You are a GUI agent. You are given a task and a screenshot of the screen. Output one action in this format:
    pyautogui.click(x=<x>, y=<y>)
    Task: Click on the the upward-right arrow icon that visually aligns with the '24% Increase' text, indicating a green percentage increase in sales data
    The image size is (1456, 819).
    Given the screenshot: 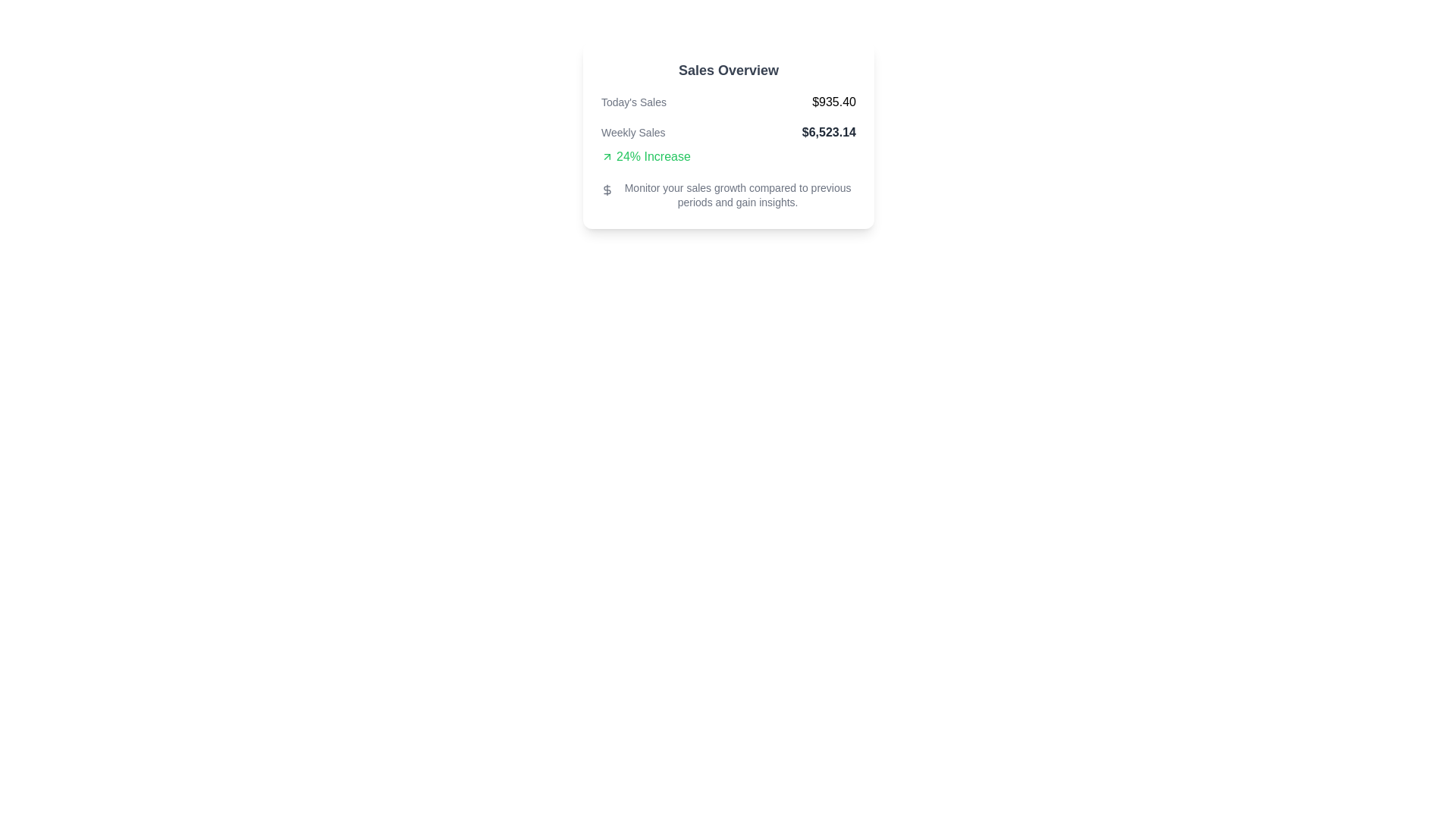 What is the action you would take?
    pyautogui.click(x=607, y=157)
    